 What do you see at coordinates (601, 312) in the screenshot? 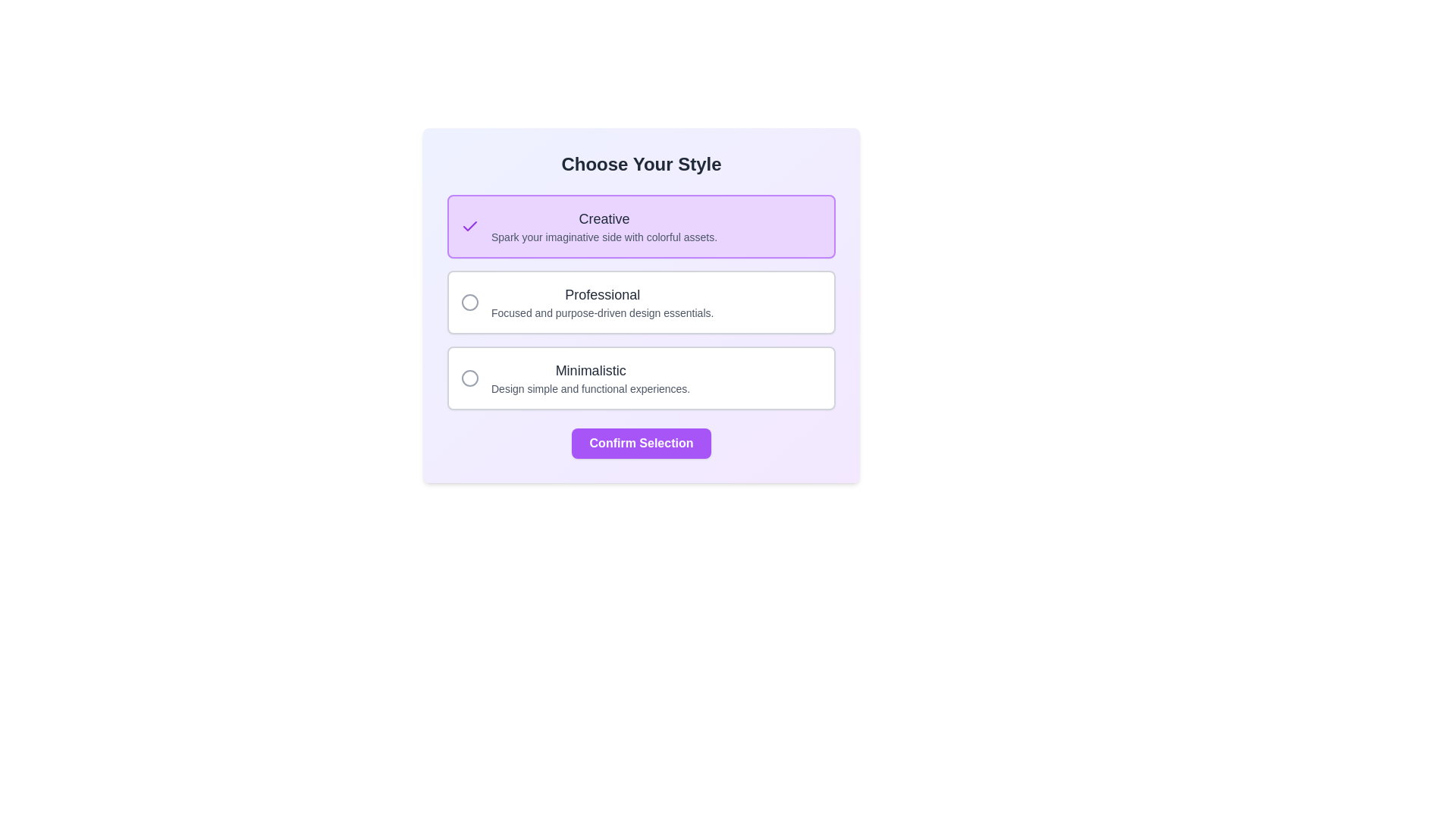
I see `the informational text element that reads 'Focused and purpose-driven design essentials,' which is styled in light gray and positioned under the 'Professional' header in a vertical list of selectable styles` at bounding box center [601, 312].